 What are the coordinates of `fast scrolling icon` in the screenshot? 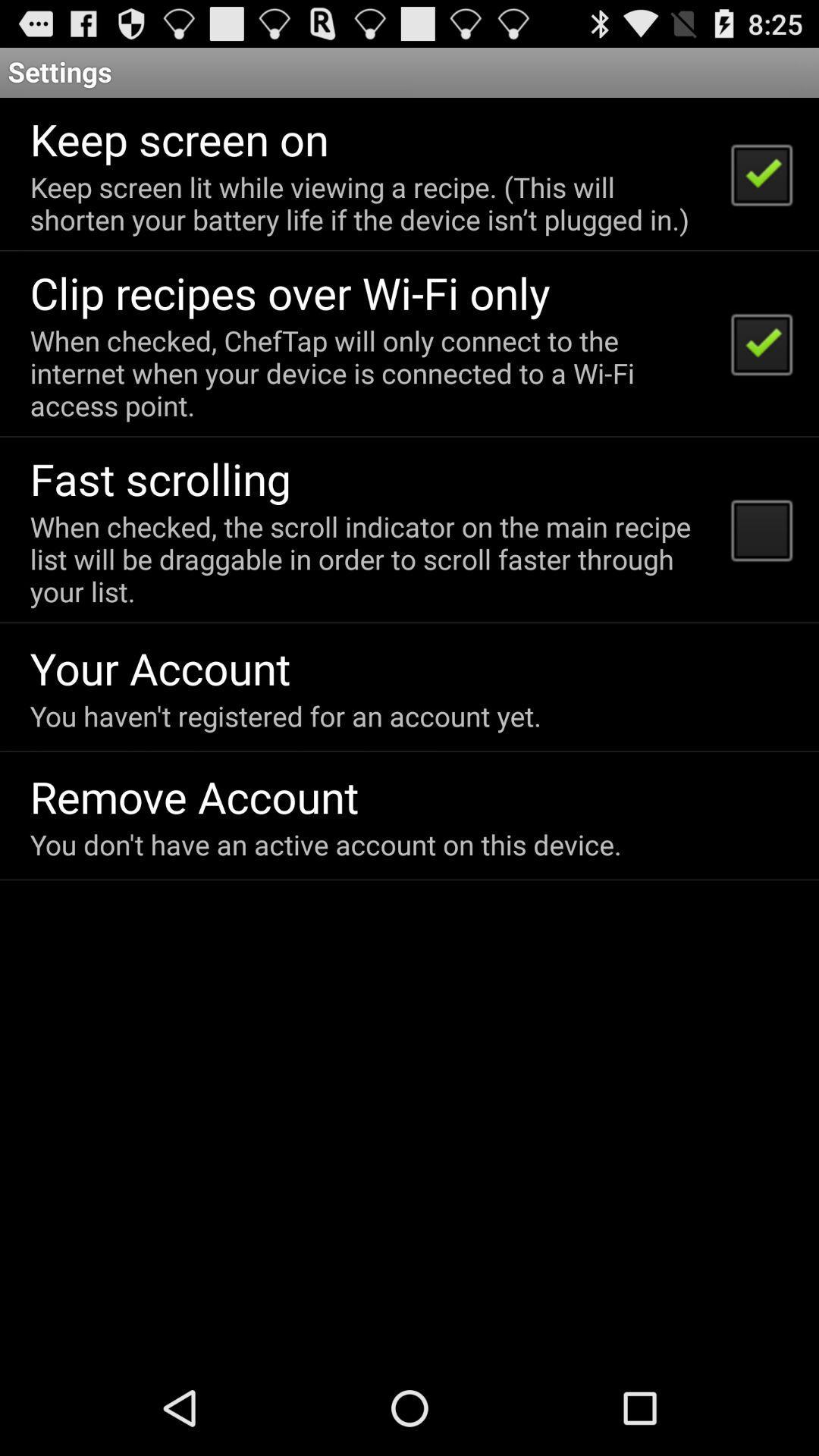 It's located at (160, 478).